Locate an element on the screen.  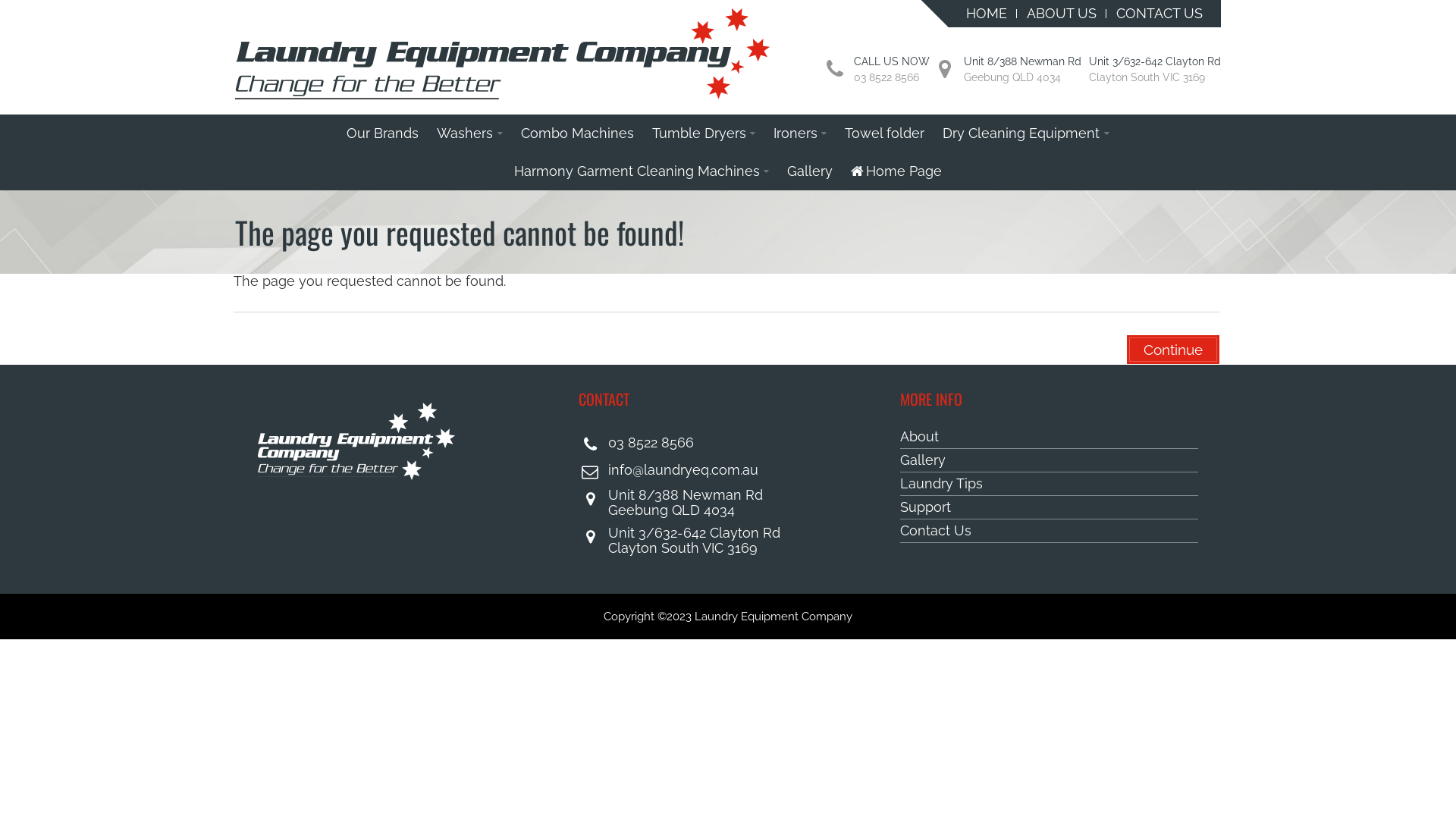
'Unit 8/388 Newman Rd is located at coordinates (1022, 69).